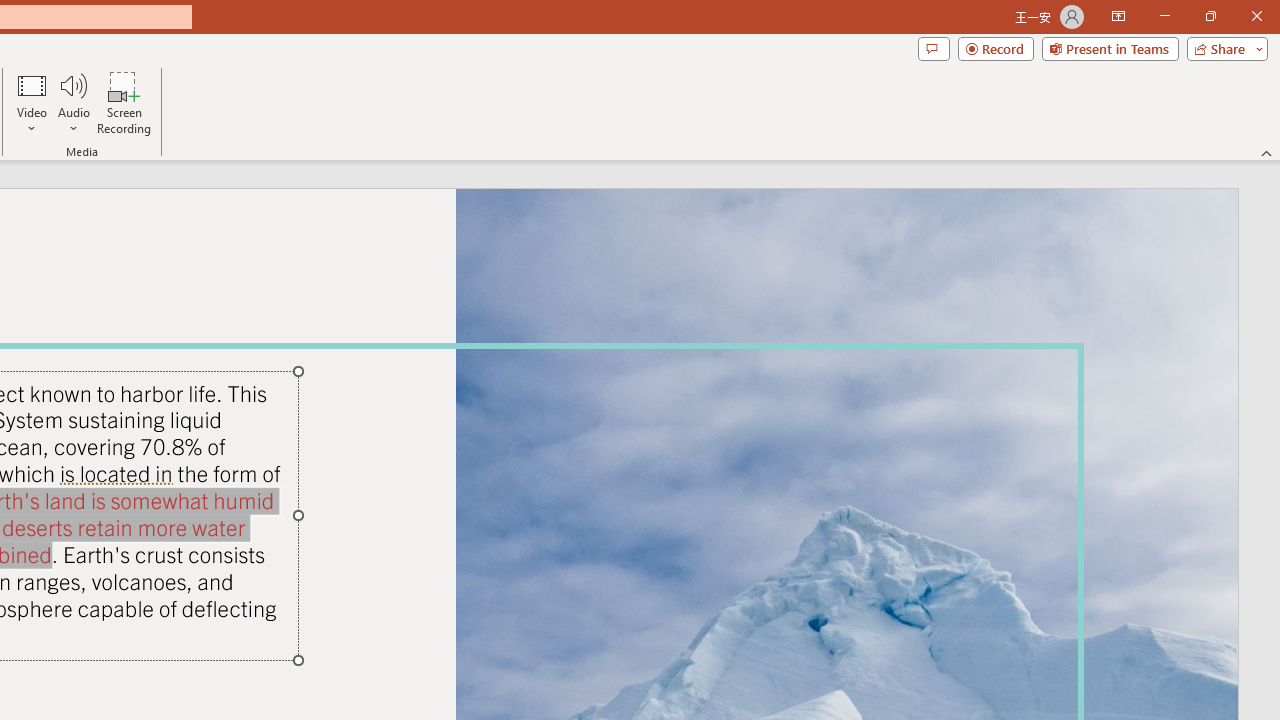 Image resolution: width=1280 pixels, height=720 pixels. I want to click on 'Video', so click(32, 103).